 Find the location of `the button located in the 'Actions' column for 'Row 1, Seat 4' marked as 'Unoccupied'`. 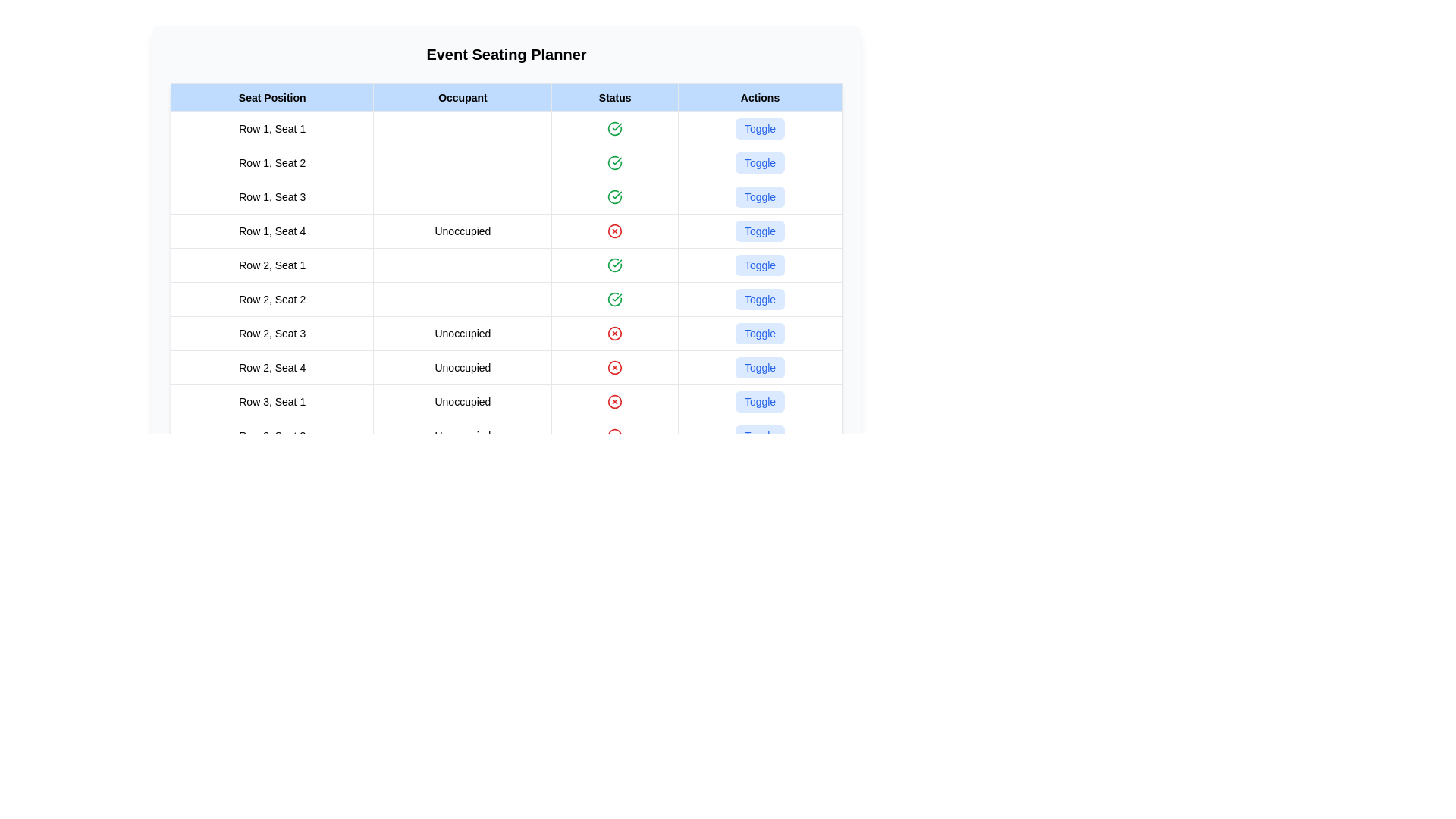

the button located in the 'Actions' column for 'Row 1, Seat 4' marked as 'Unoccupied' is located at coordinates (760, 231).